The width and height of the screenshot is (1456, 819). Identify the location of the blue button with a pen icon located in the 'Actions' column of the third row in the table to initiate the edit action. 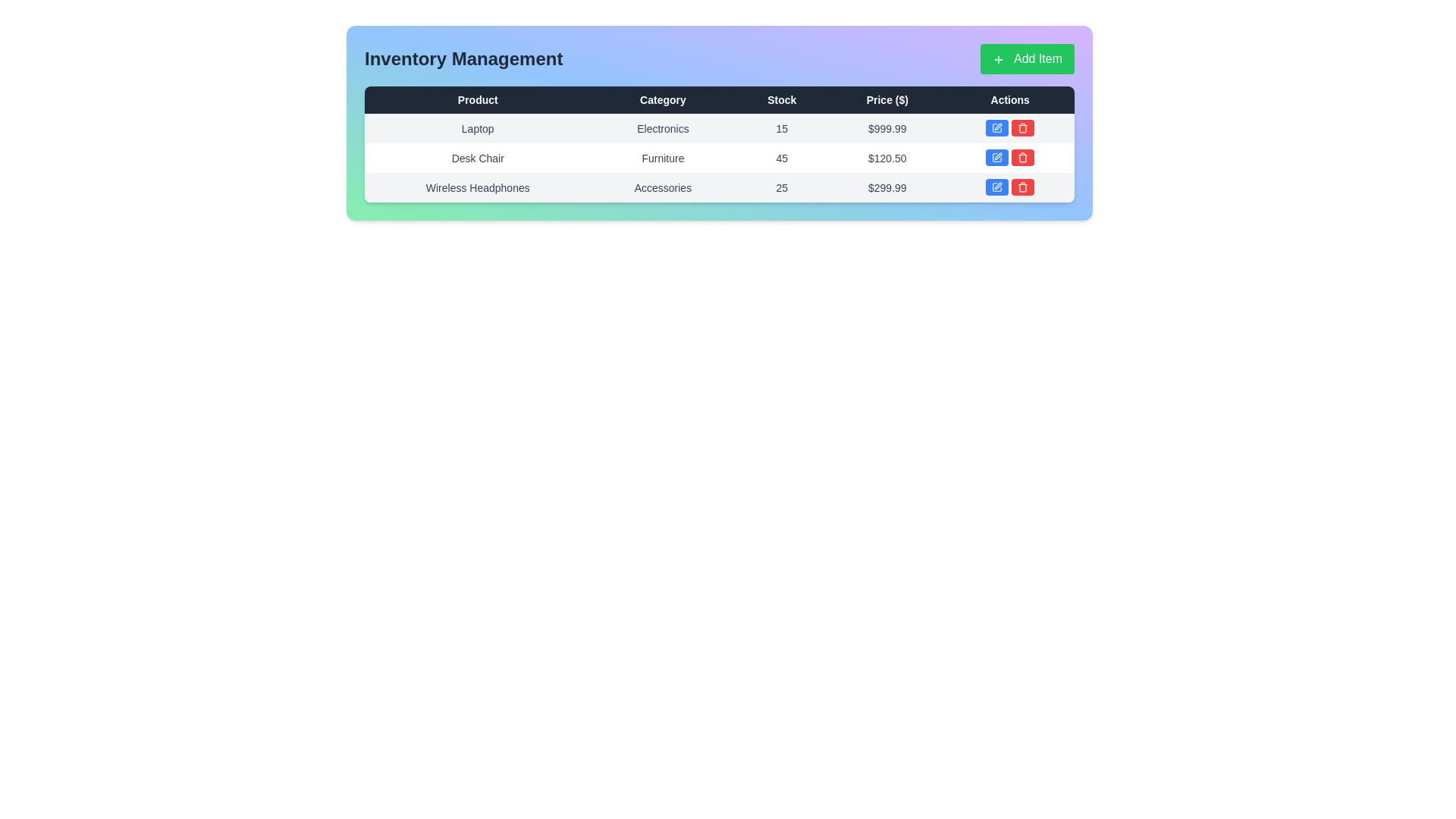
(997, 186).